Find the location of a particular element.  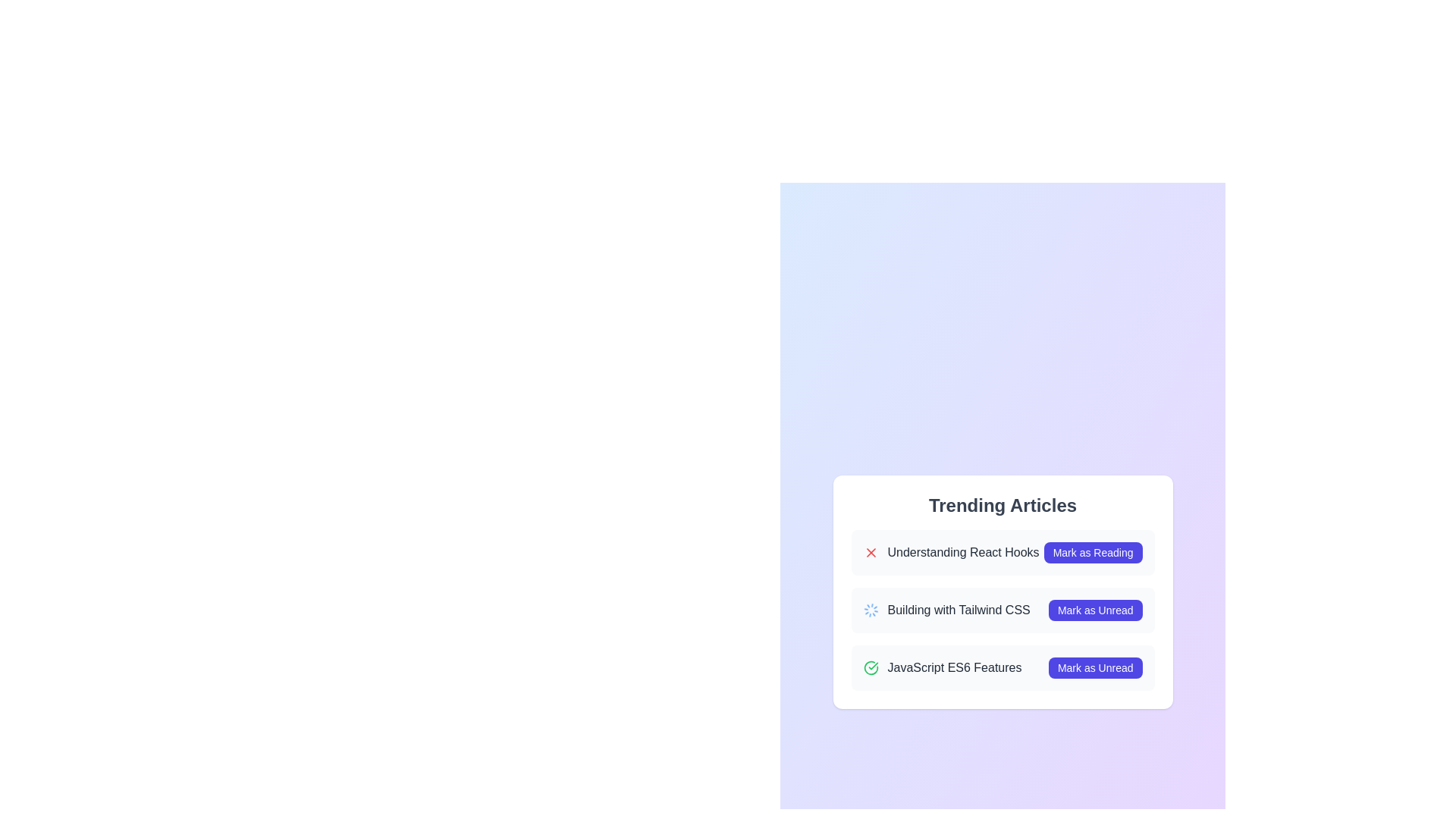

the label with the title 'JavaScript ES6 Features' that is the third item in the 'Trending Articles' list, which is indicated by a green check mark is located at coordinates (942, 667).